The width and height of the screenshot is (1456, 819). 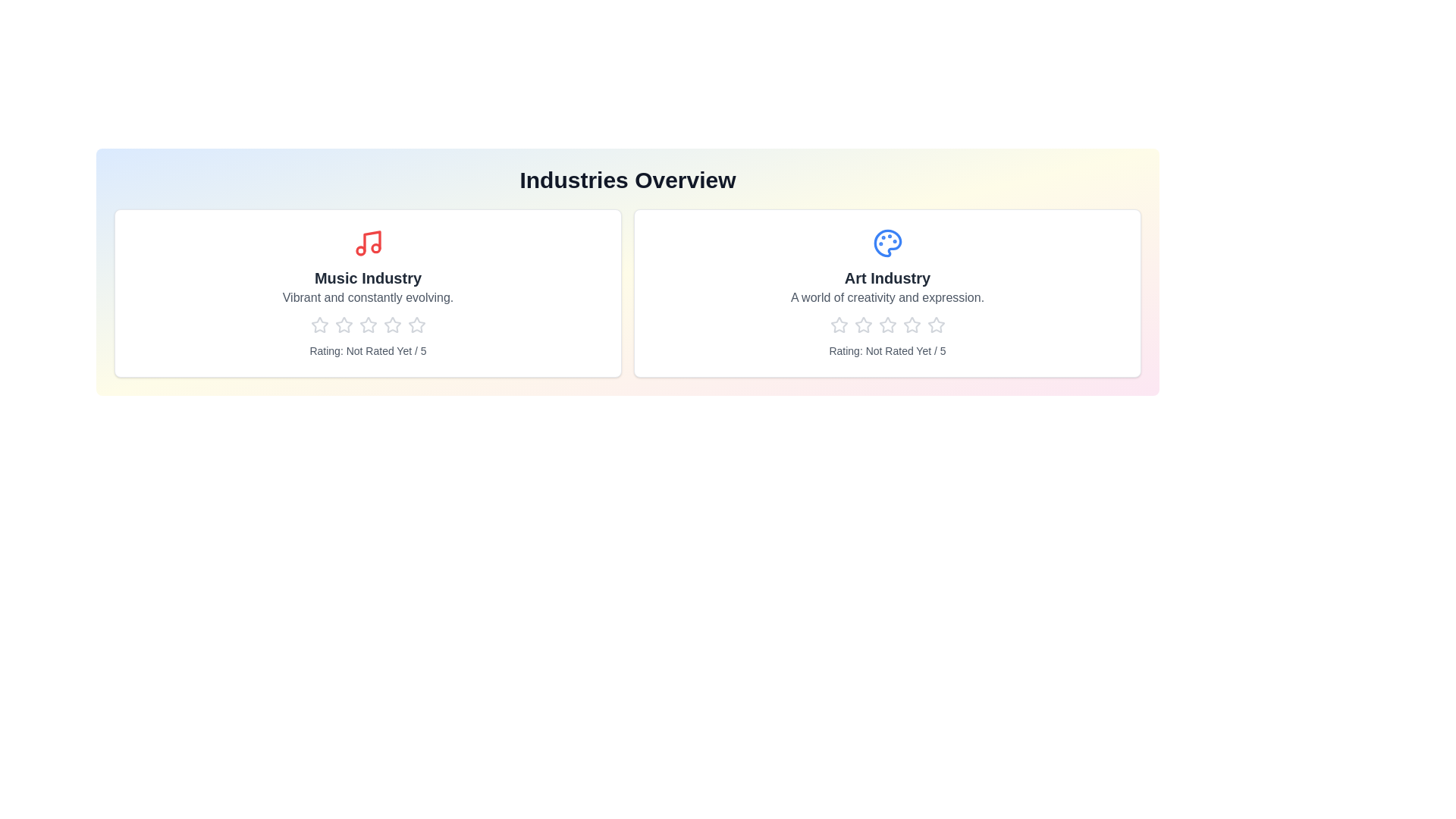 I want to click on the star corresponding to 5 stars to preview the rating, so click(x=416, y=324).